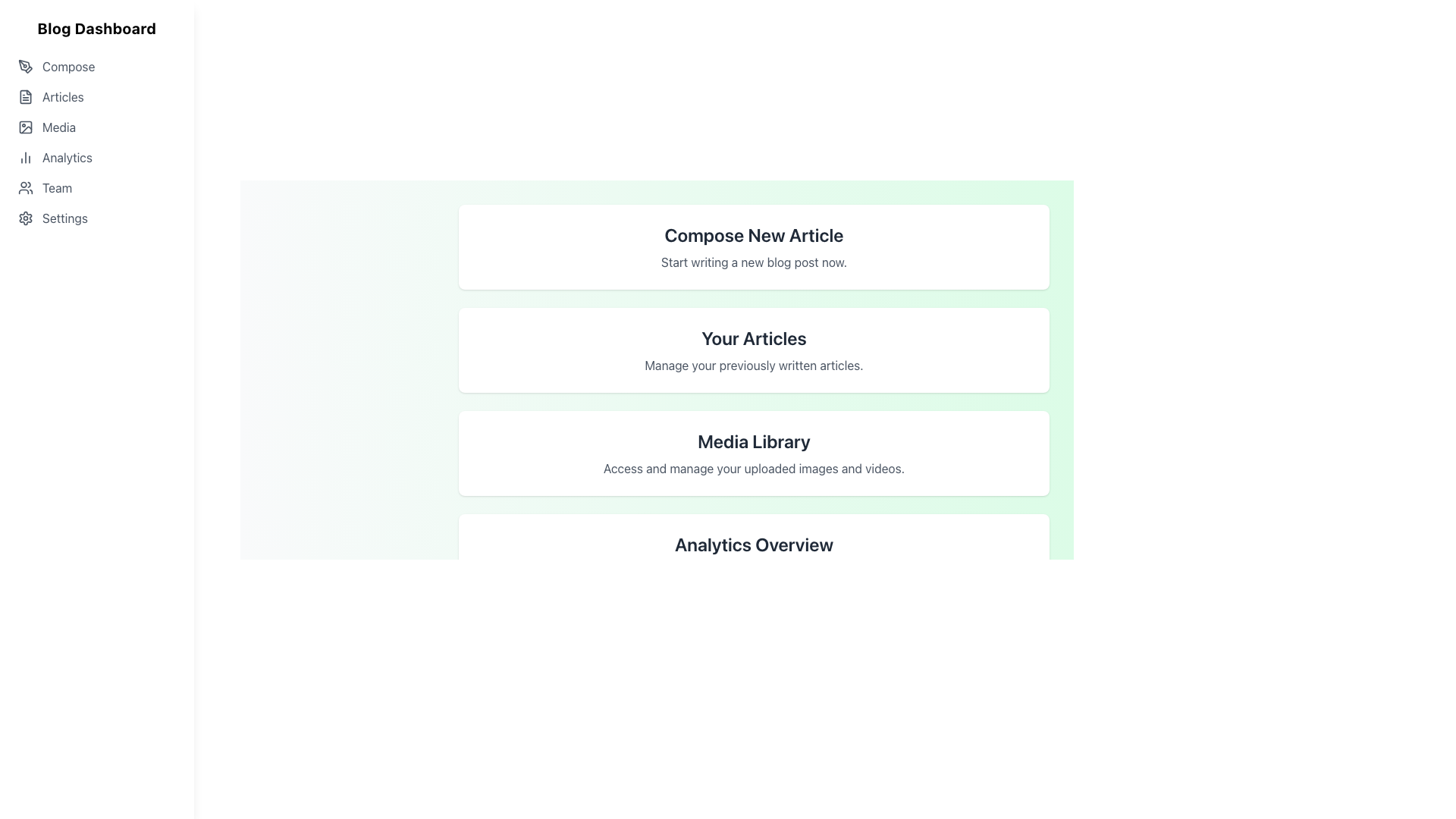 The height and width of the screenshot is (819, 1456). I want to click on the text label styled with a medium-sized gray font reading 'Manage your previously written articles.', which is located under the 'Your Articles' heading, so click(754, 366).